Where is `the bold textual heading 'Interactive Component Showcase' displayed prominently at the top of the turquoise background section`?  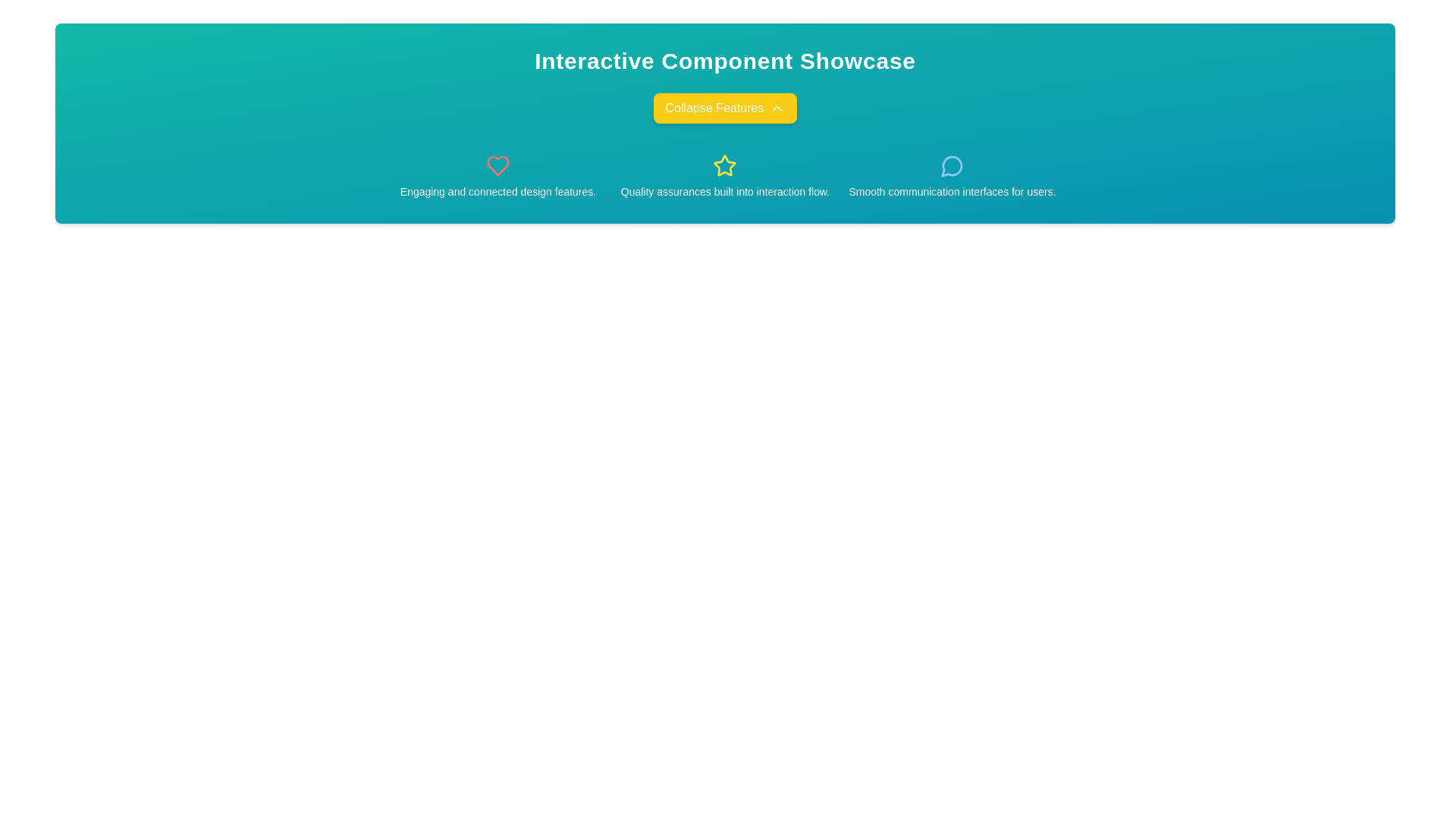 the bold textual heading 'Interactive Component Showcase' displayed prominently at the top of the turquoise background section is located at coordinates (724, 61).